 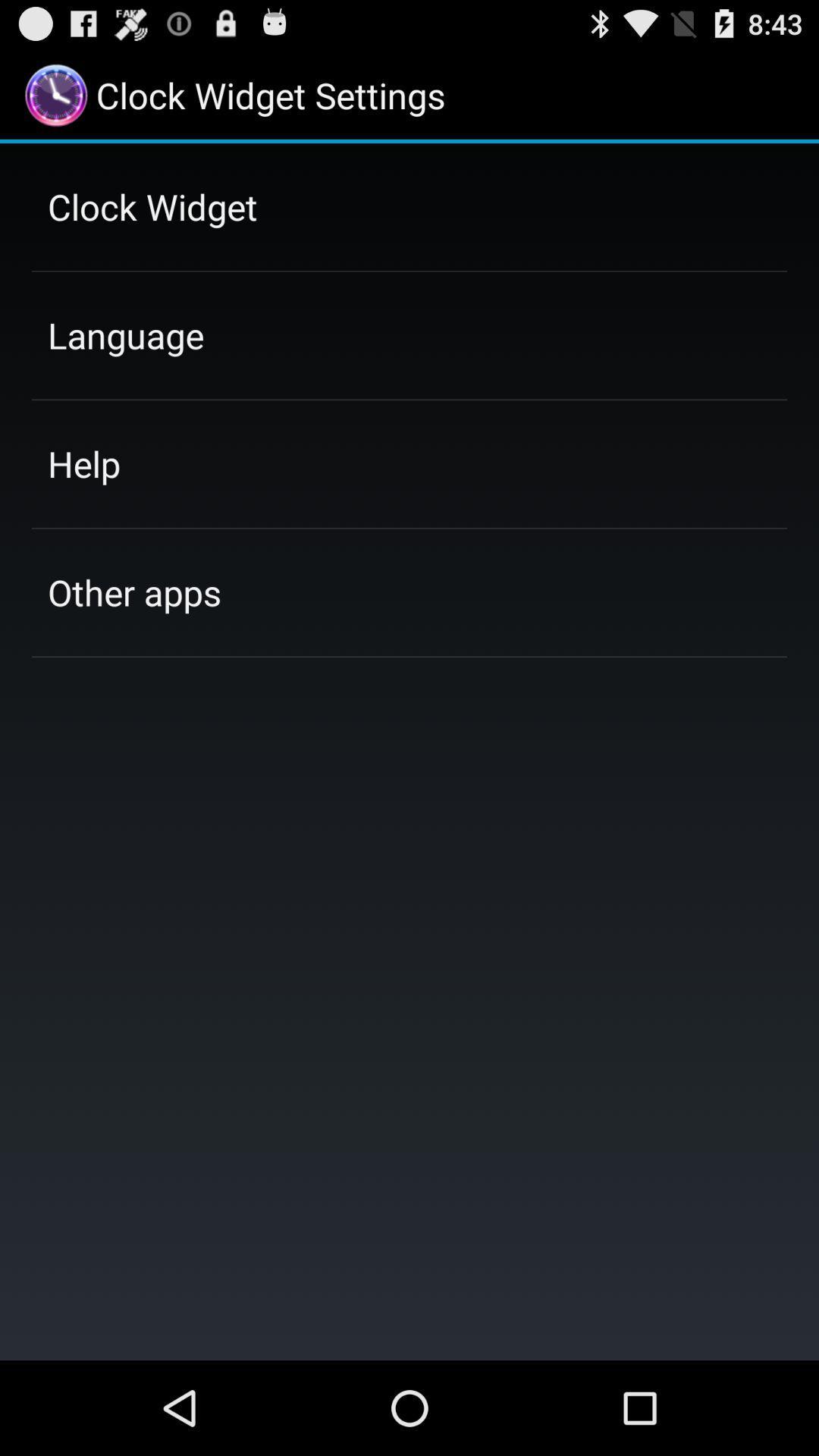 What do you see at coordinates (133, 591) in the screenshot?
I see `the other apps` at bounding box center [133, 591].